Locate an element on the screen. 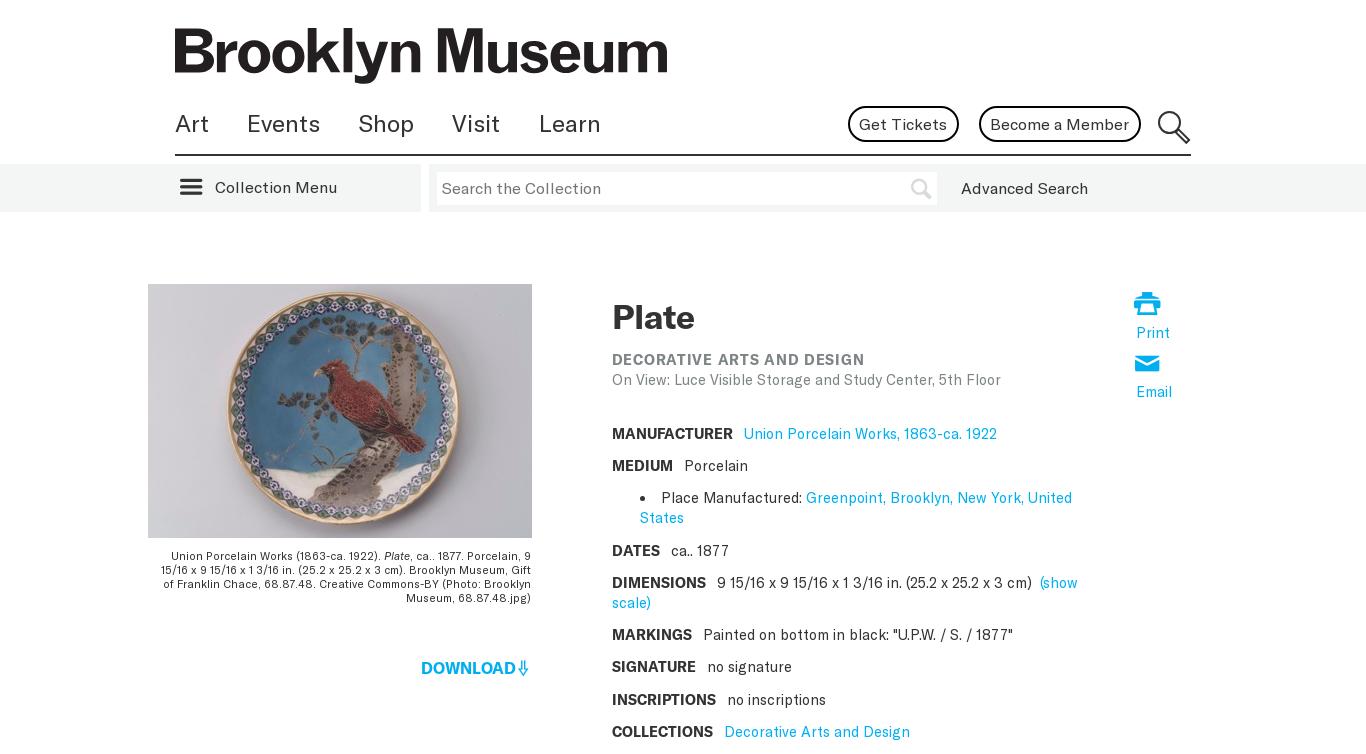  'DOWNLOAD' is located at coordinates (419, 665).